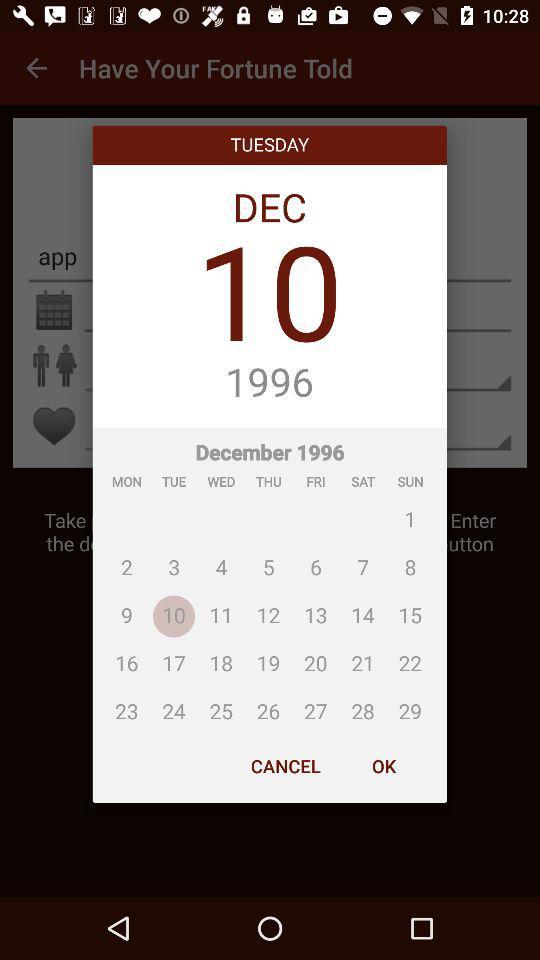 Image resolution: width=540 pixels, height=960 pixels. I want to click on the item below 1996, so click(269, 578).